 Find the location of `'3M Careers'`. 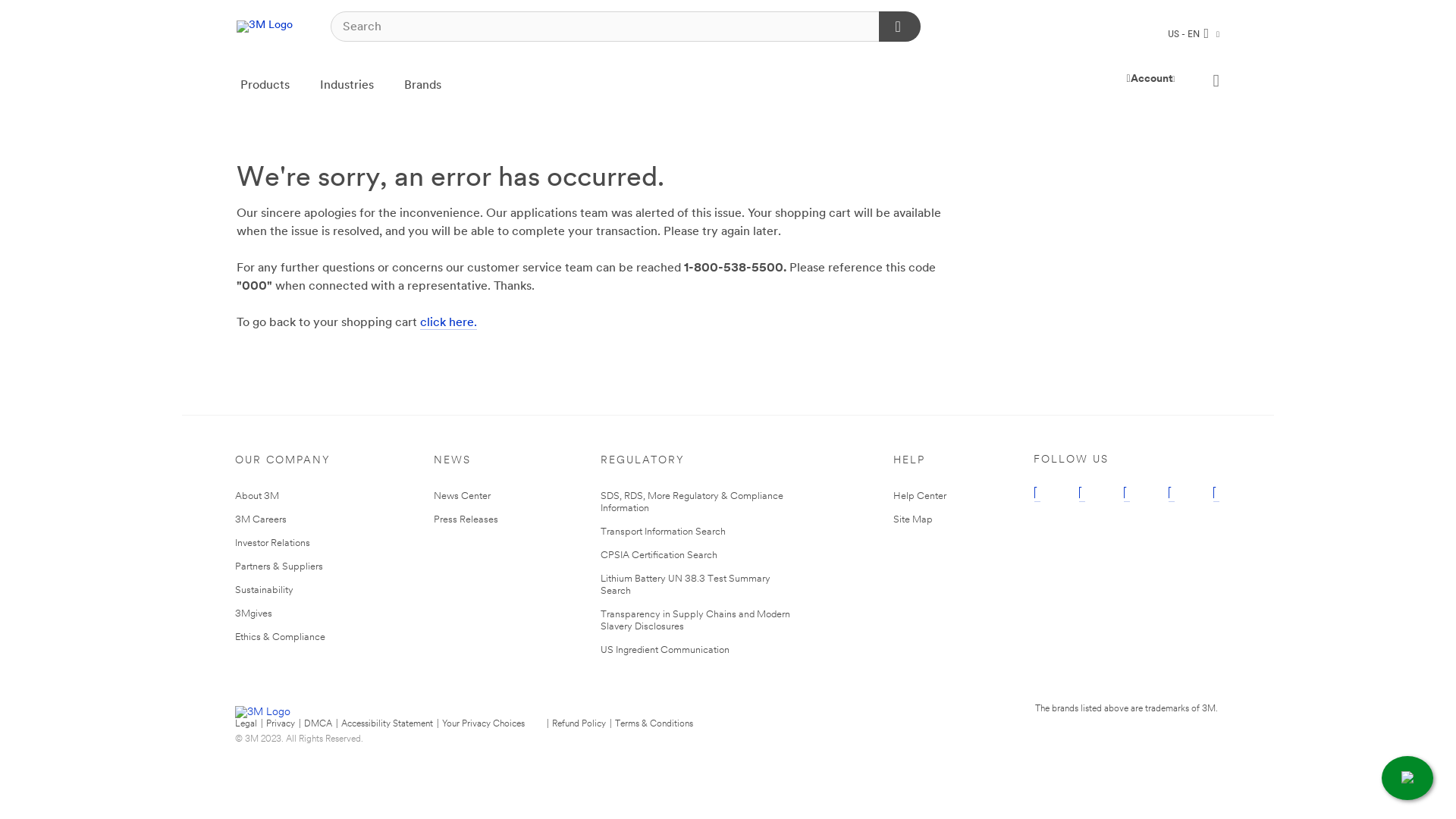

'3M Careers' is located at coordinates (261, 518).